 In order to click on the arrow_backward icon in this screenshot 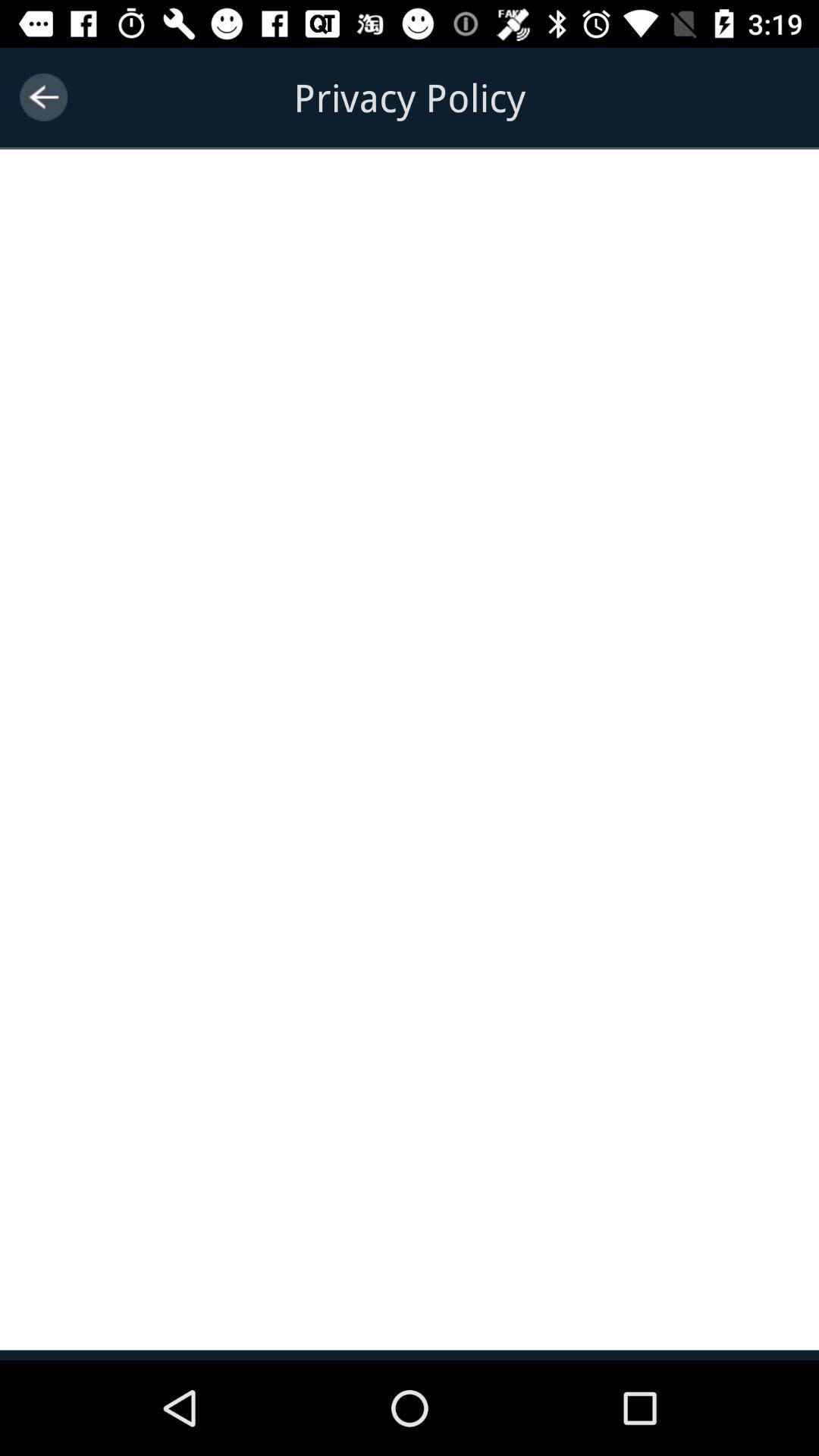, I will do `click(42, 96)`.